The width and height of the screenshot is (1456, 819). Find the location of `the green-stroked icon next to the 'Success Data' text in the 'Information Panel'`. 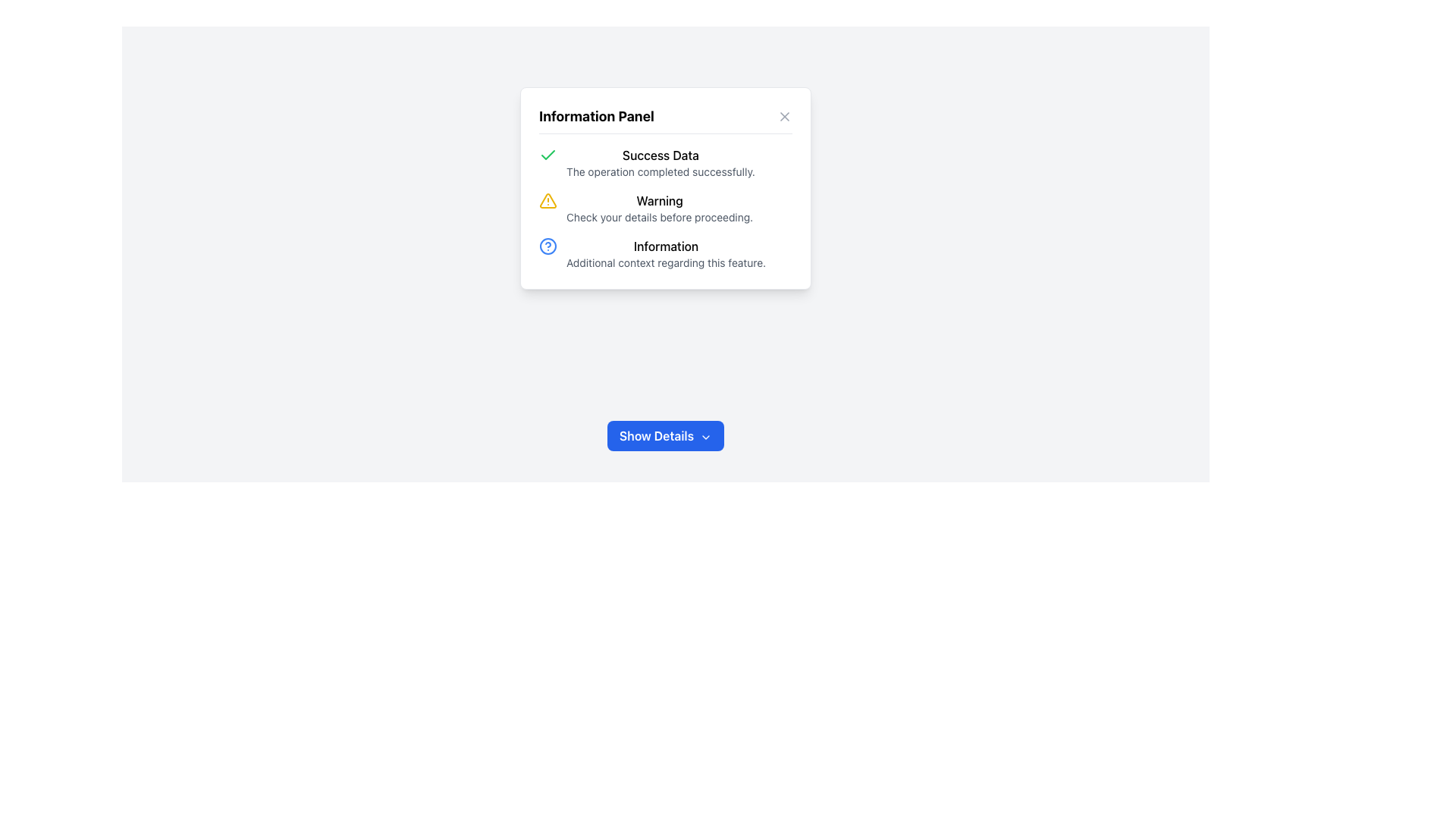

the green-stroked icon next to the 'Success Data' text in the 'Information Panel' is located at coordinates (548, 155).